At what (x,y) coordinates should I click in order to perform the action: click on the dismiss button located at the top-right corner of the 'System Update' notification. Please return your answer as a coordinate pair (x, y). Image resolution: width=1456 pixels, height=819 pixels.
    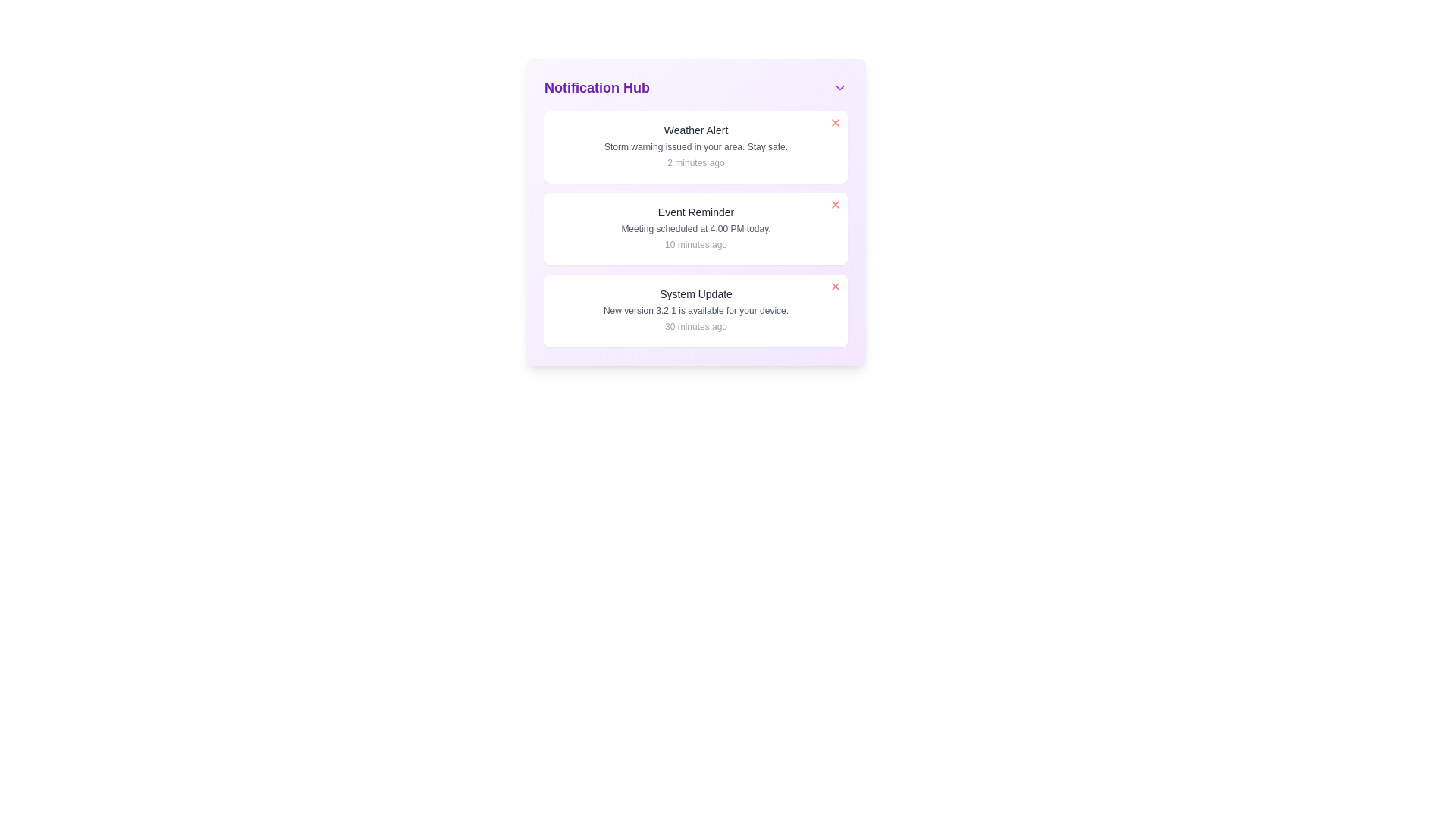
    Looking at the image, I should click on (835, 287).